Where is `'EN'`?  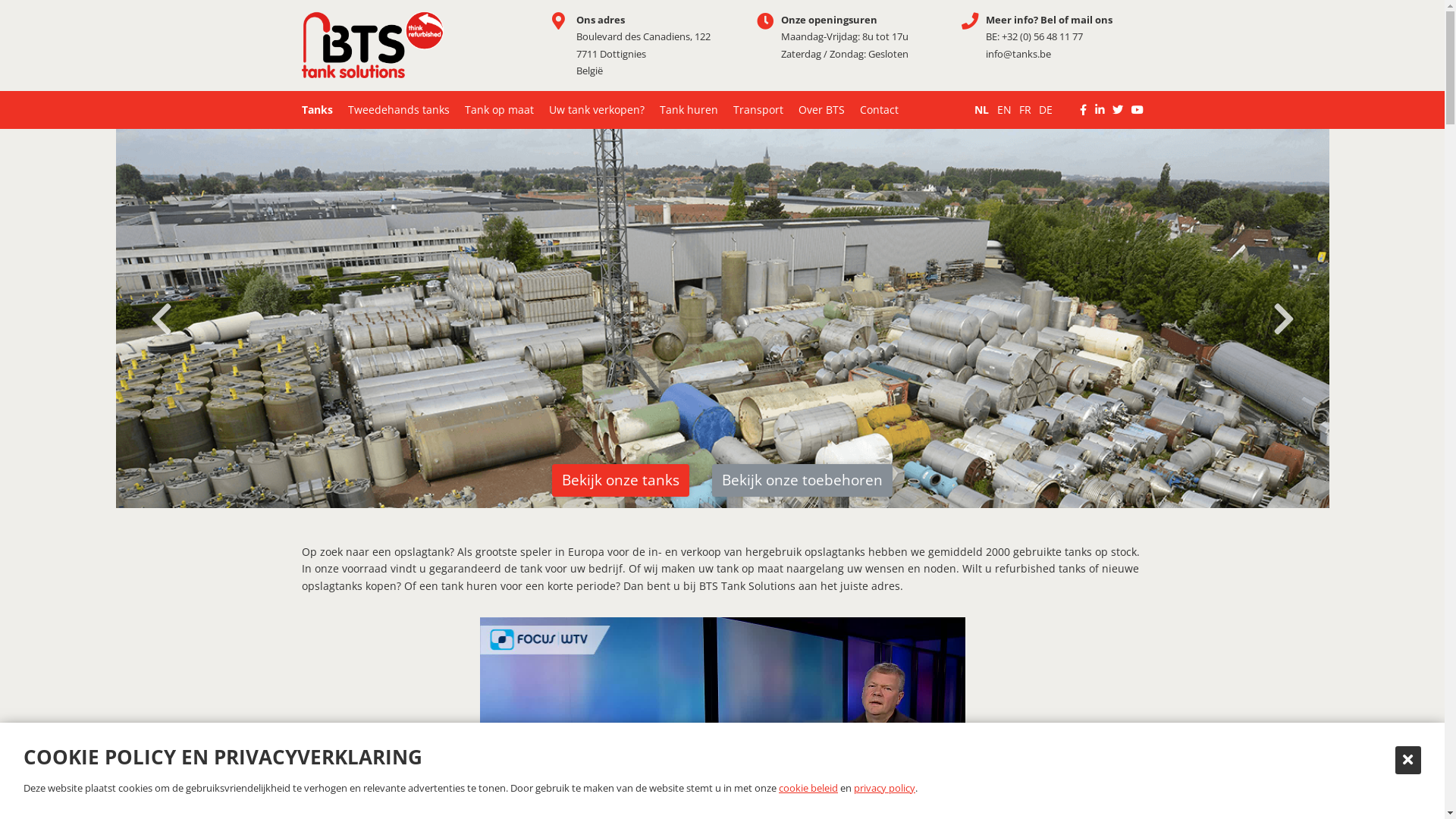 'EN' is located at coordinates (1004, 109).